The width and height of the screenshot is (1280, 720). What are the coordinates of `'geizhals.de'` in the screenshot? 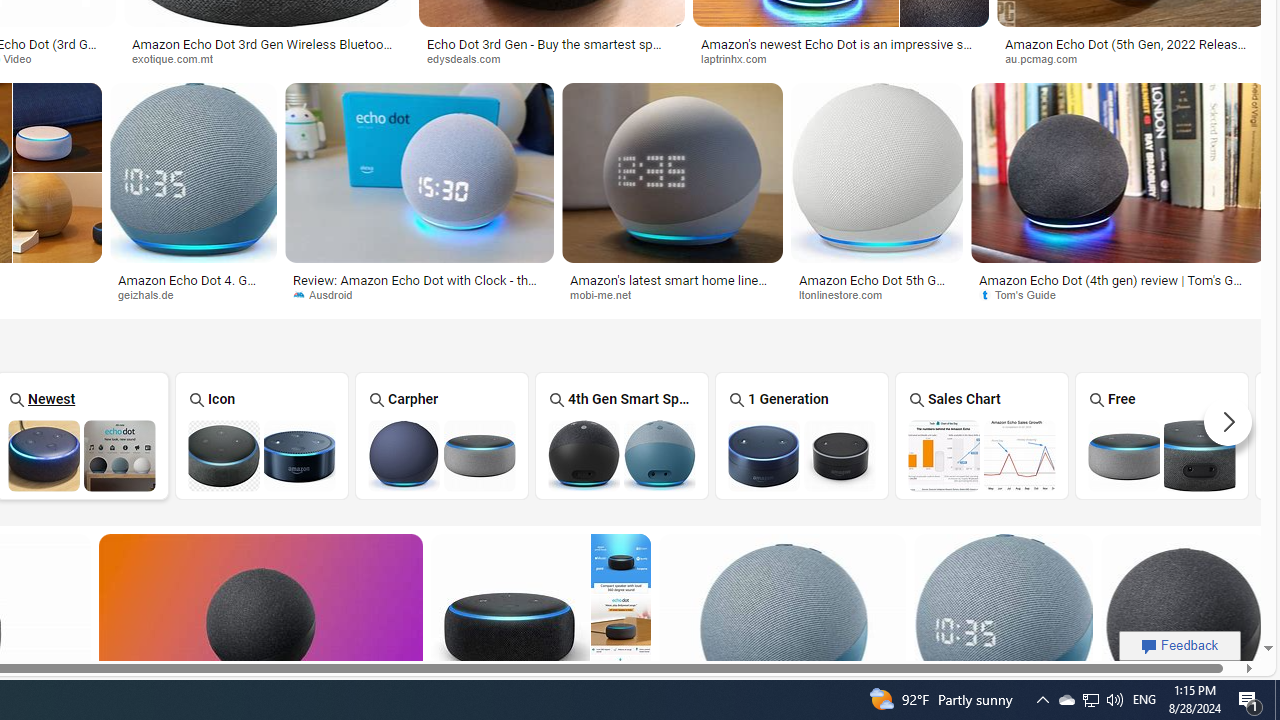 It's located at (151, 294).